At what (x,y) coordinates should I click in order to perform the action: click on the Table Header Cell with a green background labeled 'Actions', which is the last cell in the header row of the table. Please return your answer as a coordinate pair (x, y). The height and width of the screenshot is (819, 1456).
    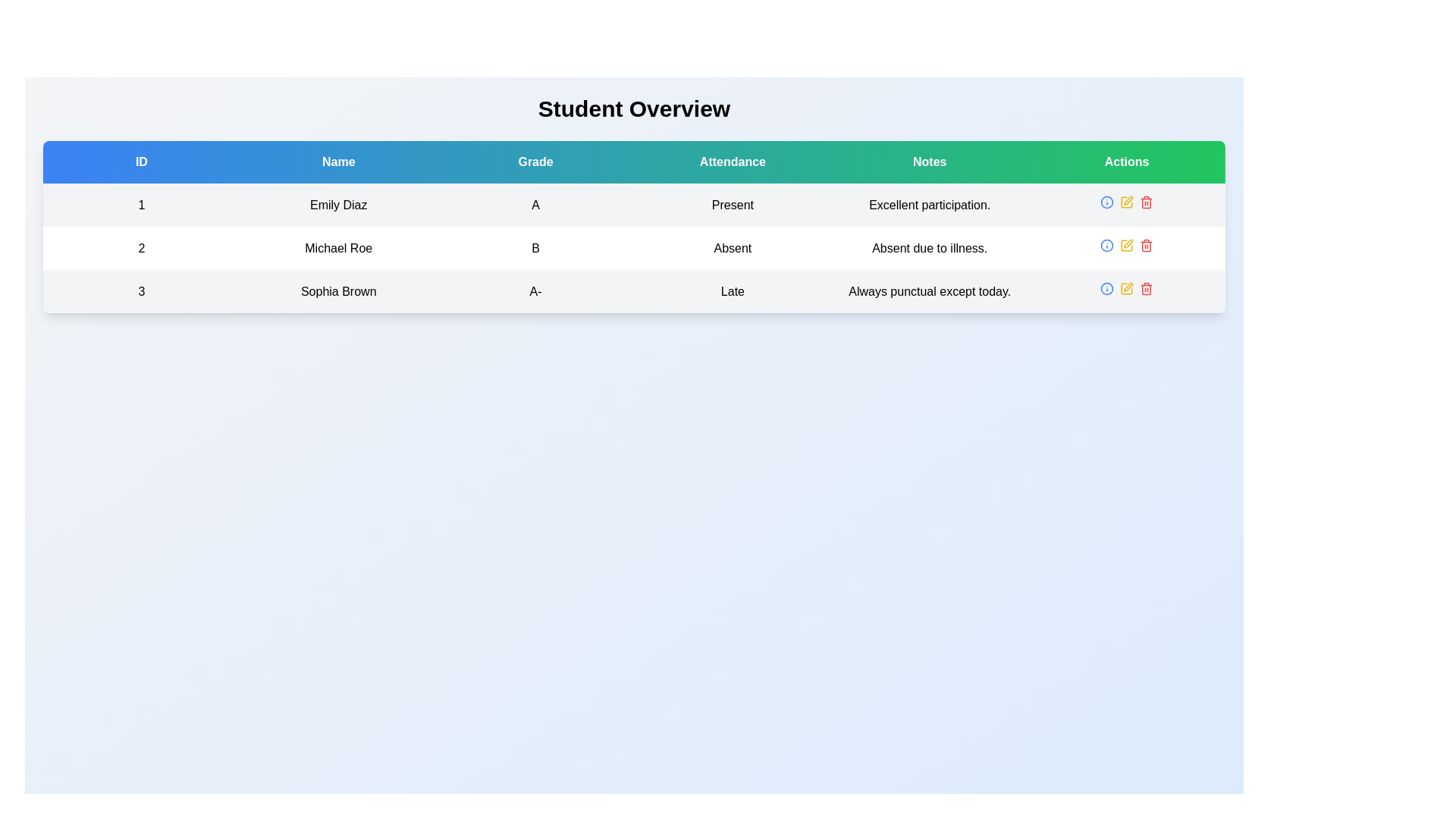
    Looking at the image, I should click on (1127, 162).